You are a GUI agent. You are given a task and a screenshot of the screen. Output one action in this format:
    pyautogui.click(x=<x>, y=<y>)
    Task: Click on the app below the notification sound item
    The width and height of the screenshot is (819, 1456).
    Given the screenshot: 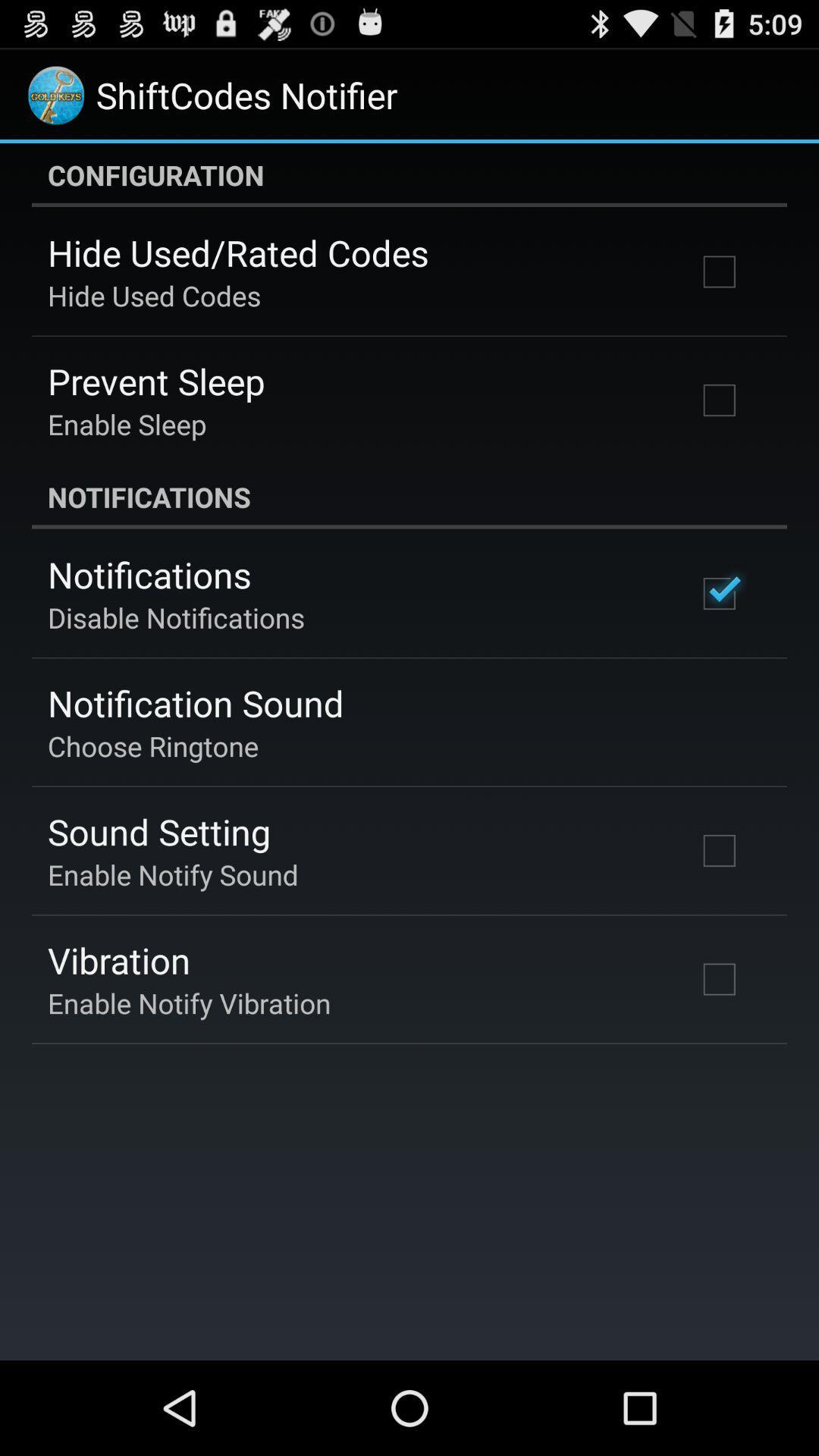 What is the action you would take?
    pyautogui.click(x=153, y=745)
    